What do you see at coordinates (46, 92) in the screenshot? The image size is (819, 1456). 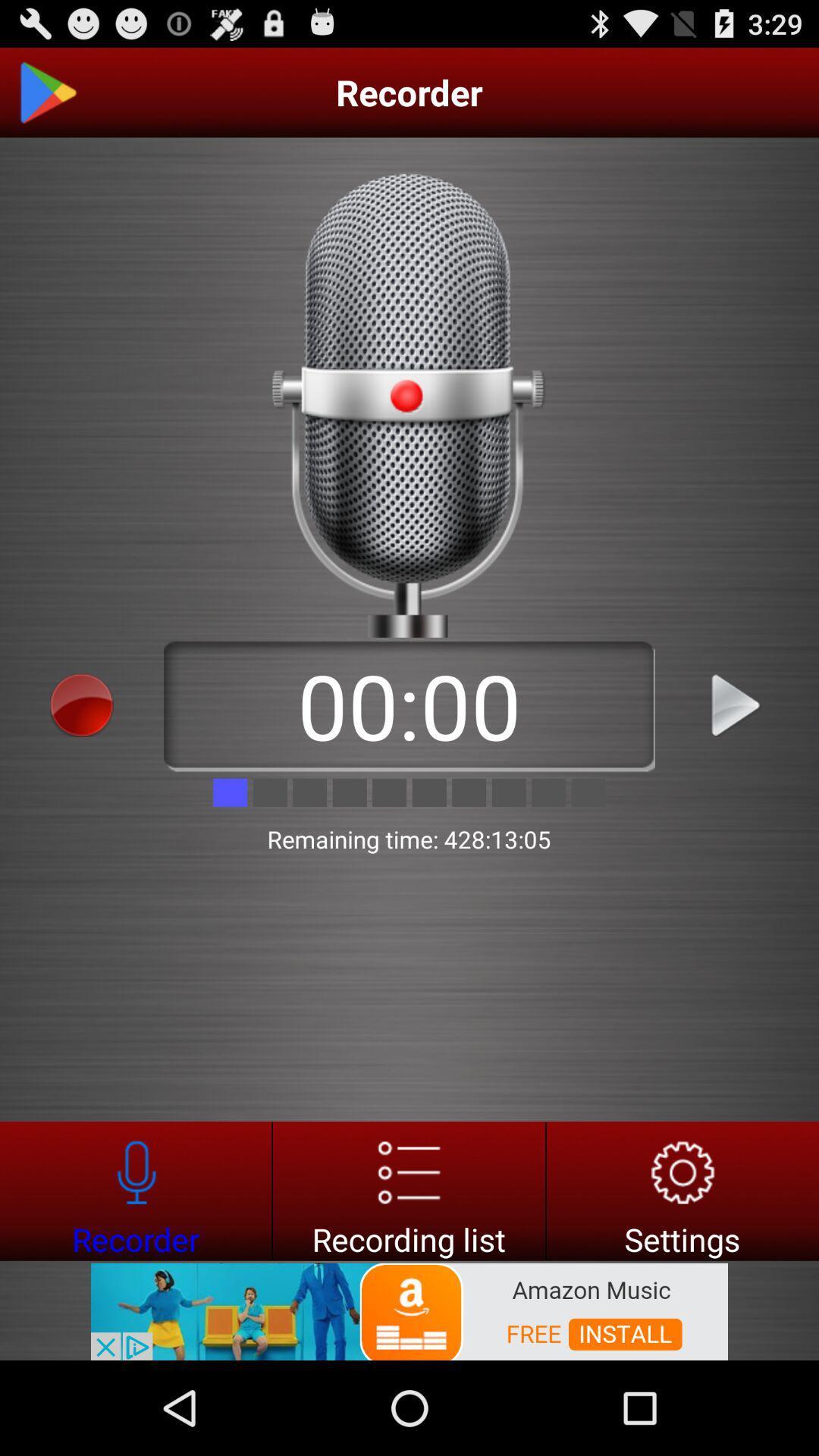 I see `playstore` at bounding box center [46, 92].